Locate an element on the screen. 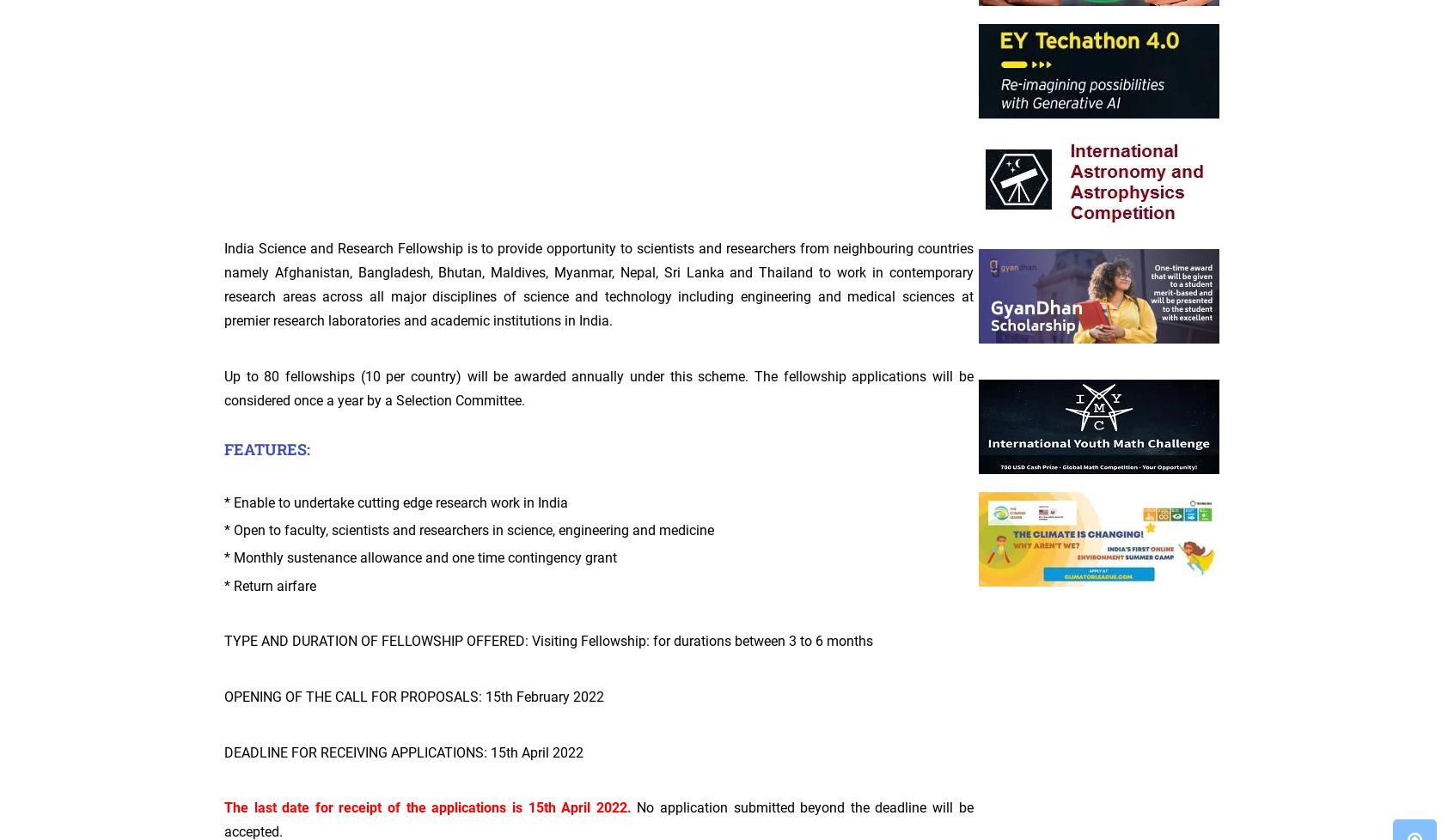 This screenshot has width=1454, height=840. 'Up to 80 fellowships (10 per country) will be awarded annually under this scheme. The fellowship applications will be considered once a year by a Selection Committee.' is located at coordinates (224, 387).